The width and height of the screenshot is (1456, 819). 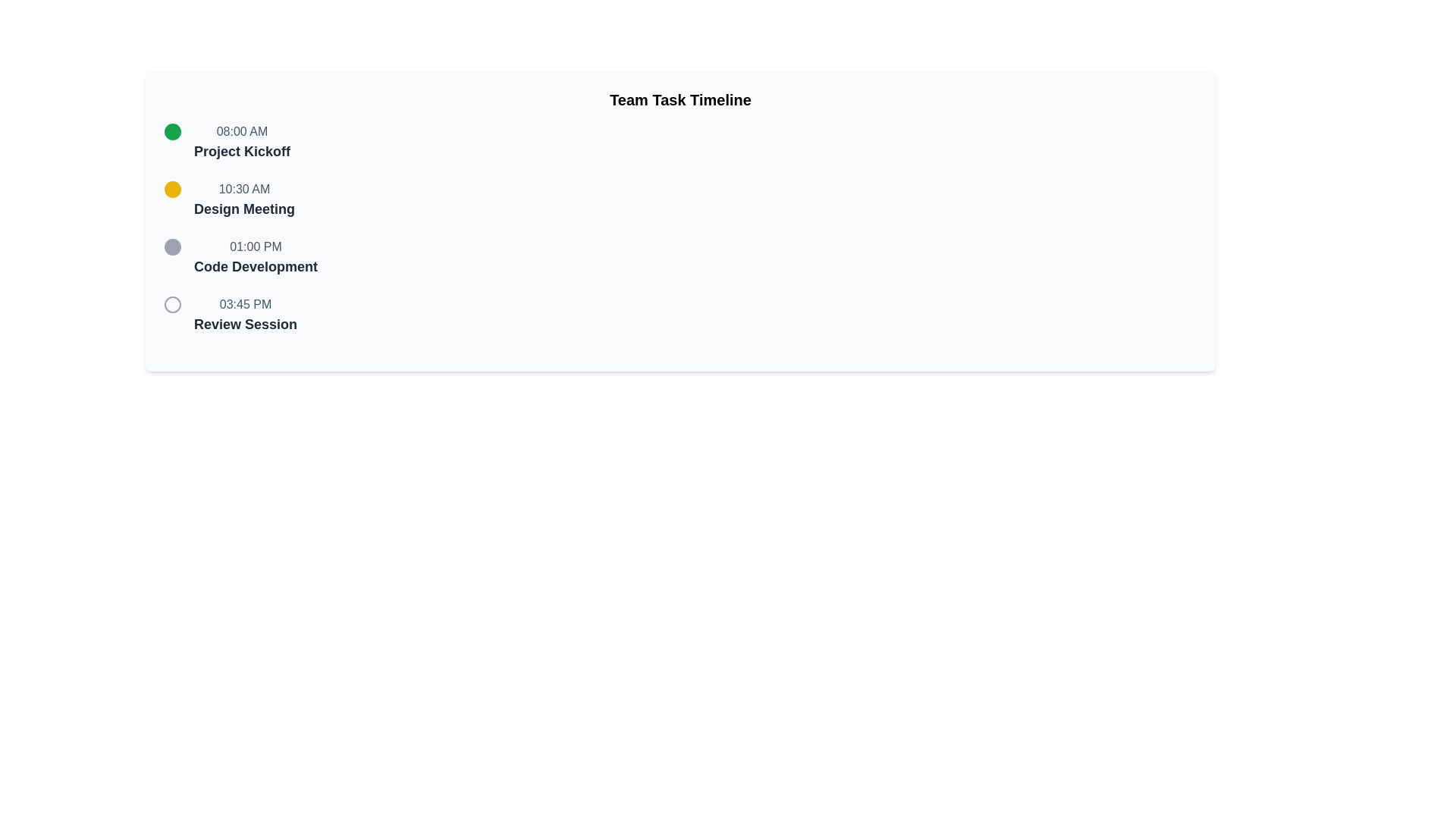 I want to click on the Status Indicator Icon for the '08:00 AM Project Kickoff' entry in the timeline, located at the top-left corner of the entry, so click(x=172, y=133).